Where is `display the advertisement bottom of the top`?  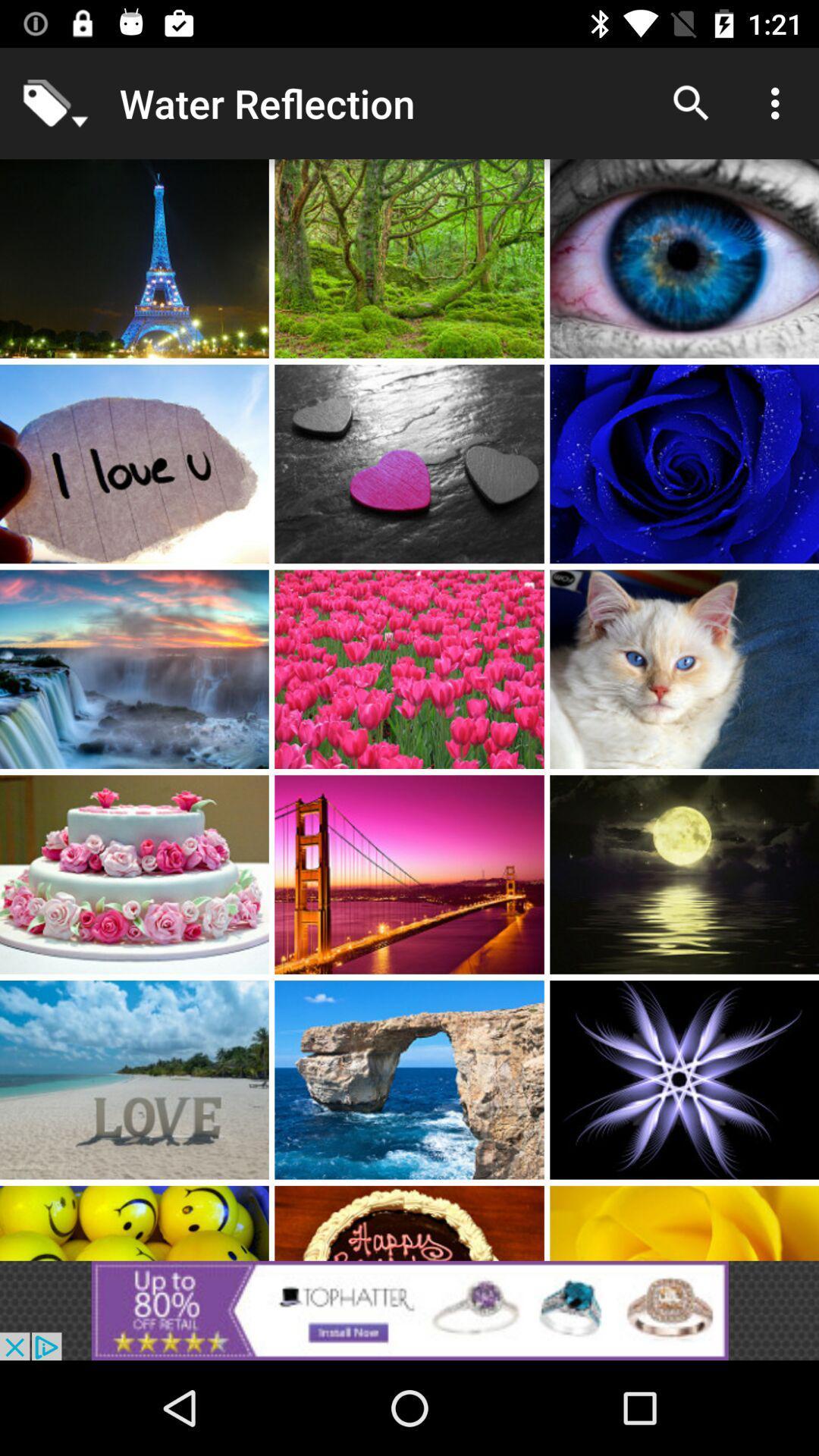
display the advertisement bottom of the top is located at coordinates (409, 1310).